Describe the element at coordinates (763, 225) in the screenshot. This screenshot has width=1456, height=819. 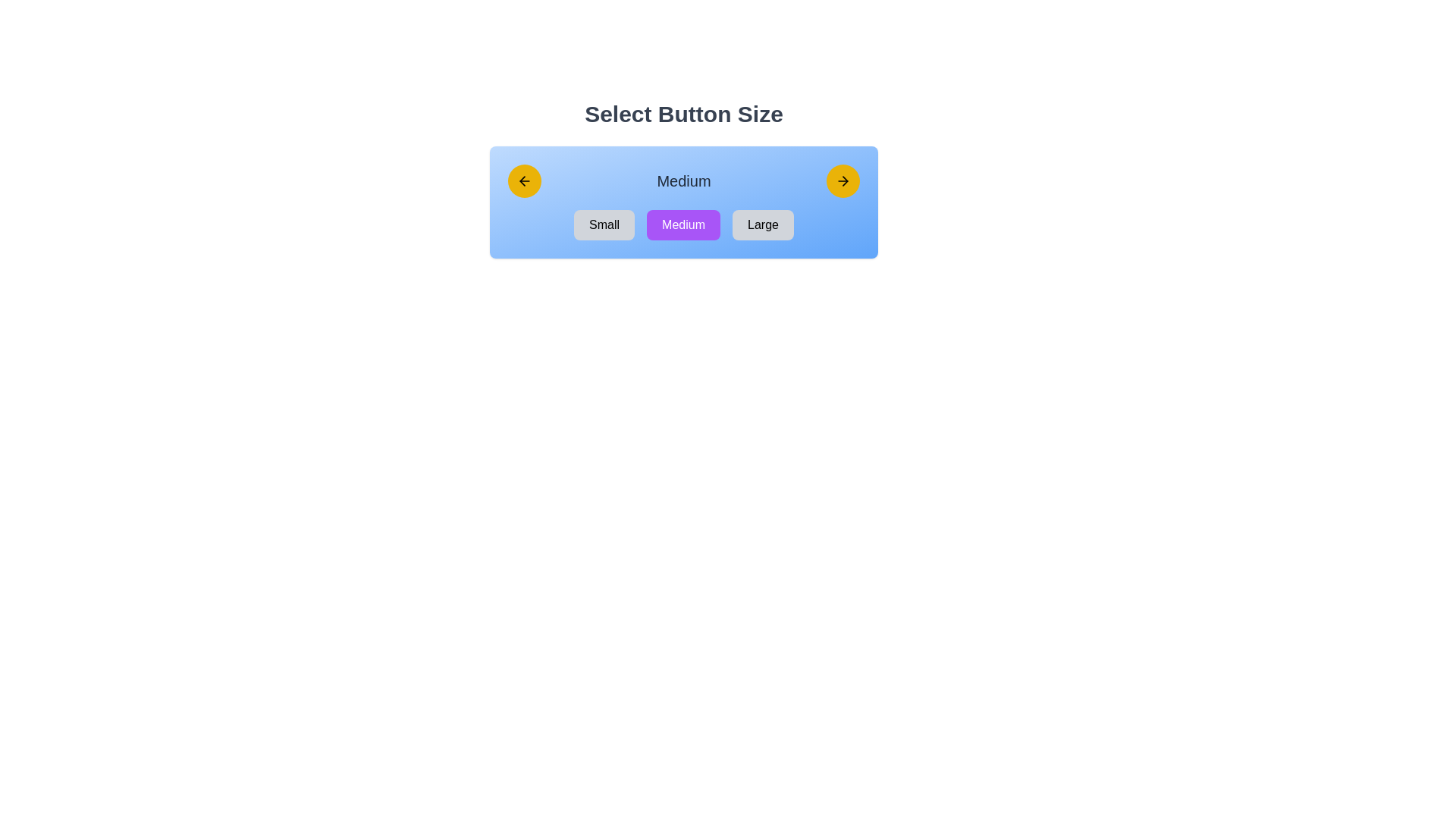
I see `the 'Large' button with rounded edges and black text` at that location.